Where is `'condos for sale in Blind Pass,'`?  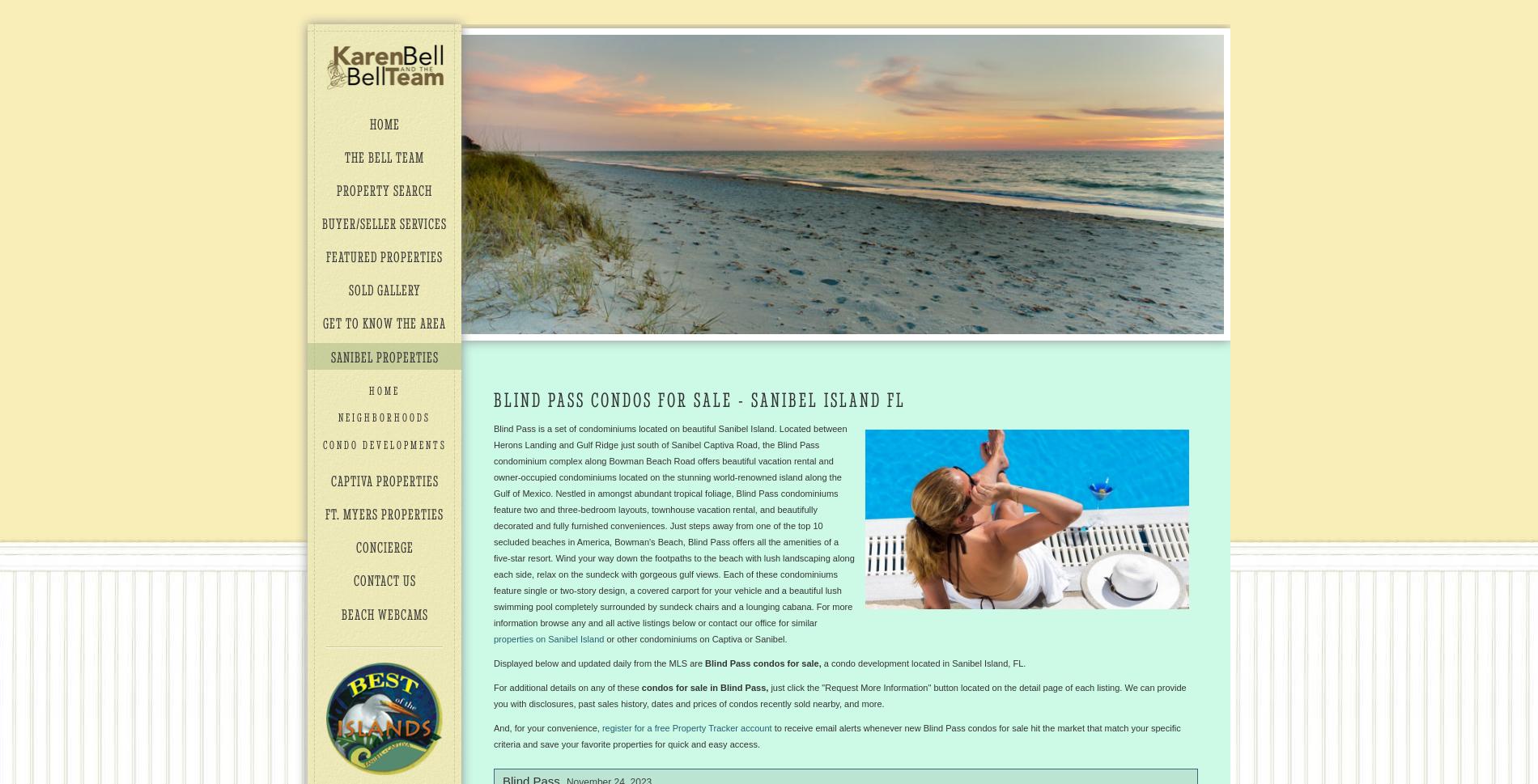
'condos for sale in Blind Pass,' is located at coordinates (703, 686).